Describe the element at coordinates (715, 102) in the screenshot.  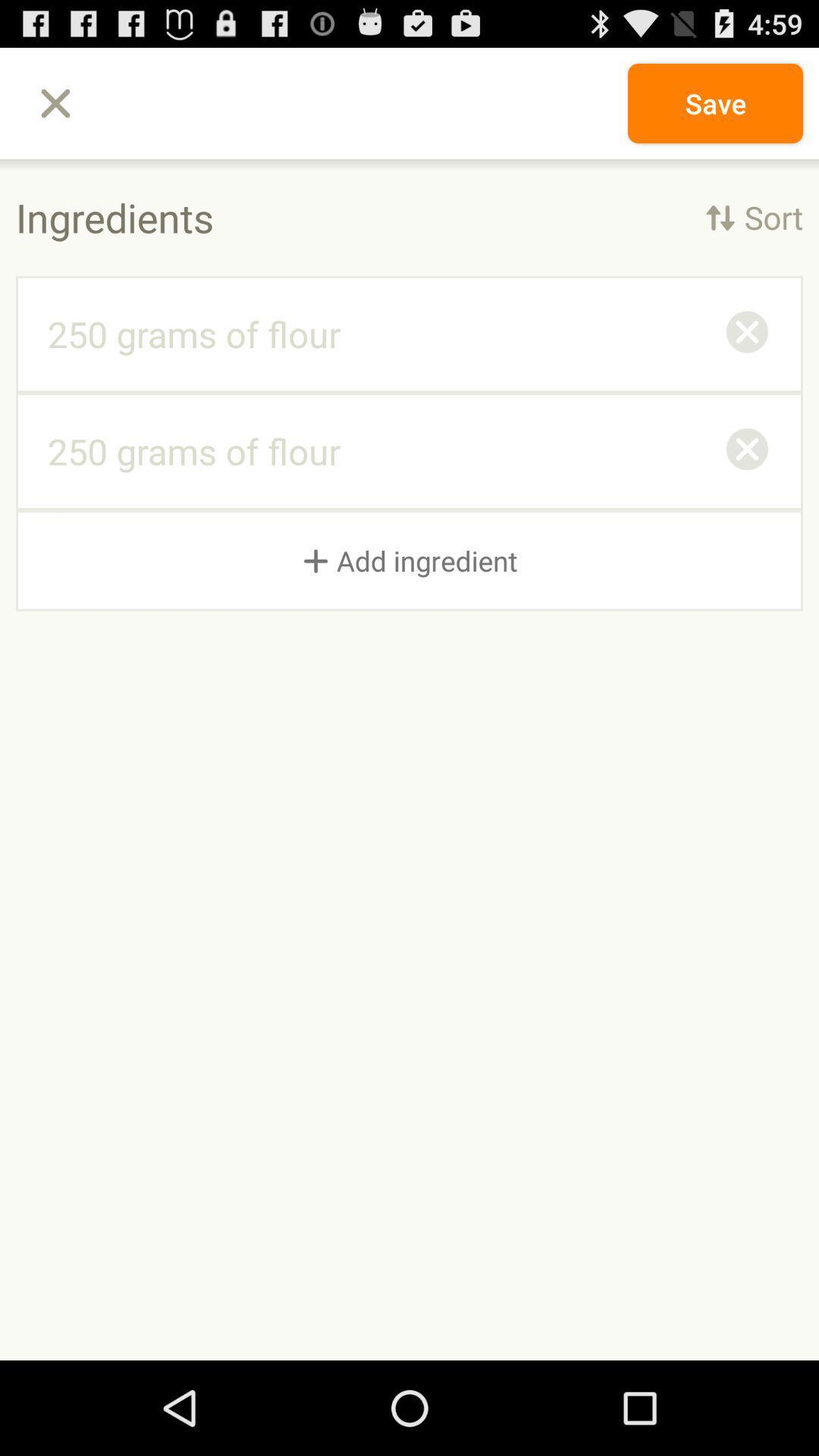
I see `the save item` at that location.